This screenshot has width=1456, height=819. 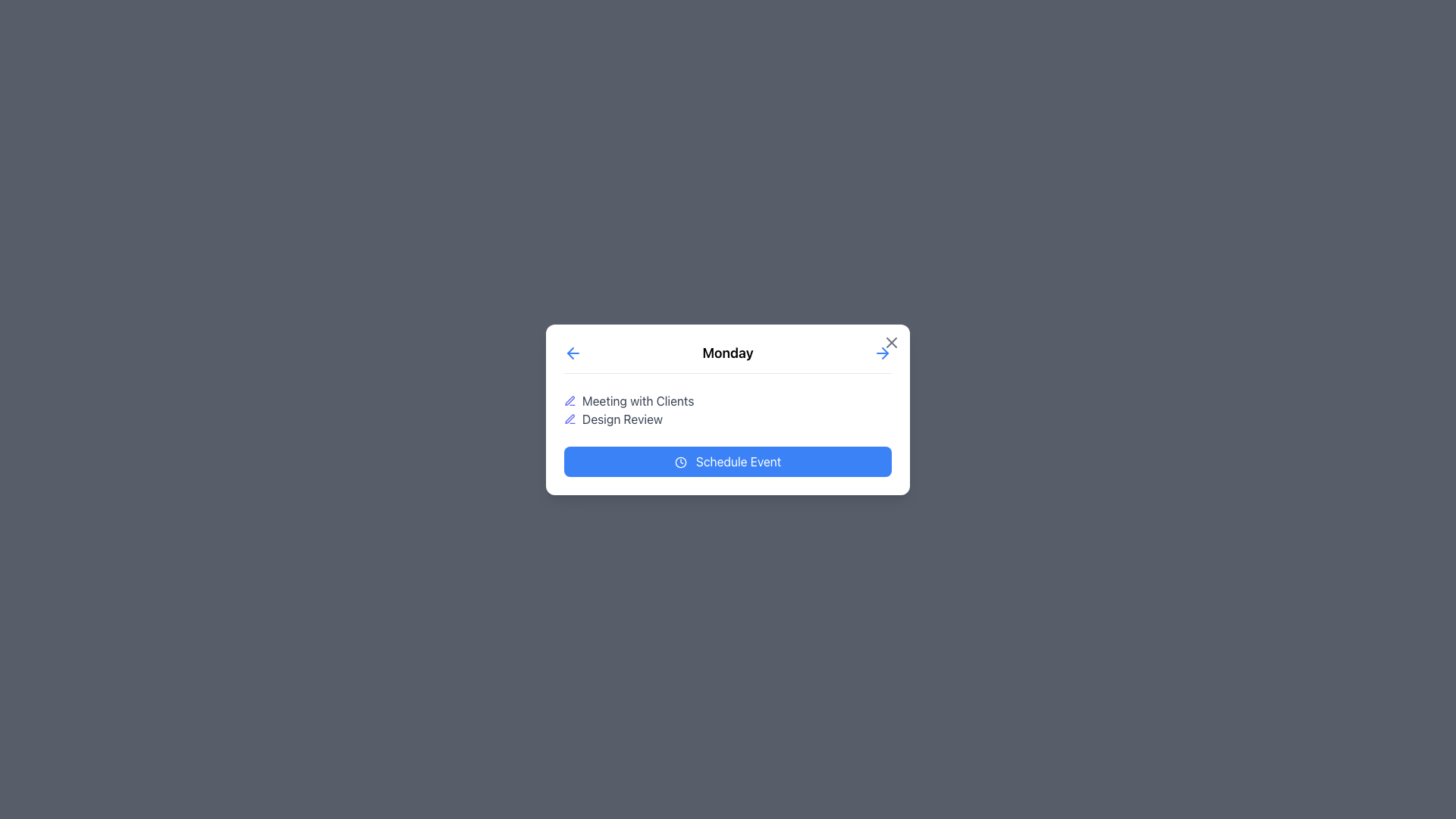 I want to click on the editing icon located to the left of the 'Design Review' text entry, which serves as a visual cue for editing functionality, so click(x=569, y=400).